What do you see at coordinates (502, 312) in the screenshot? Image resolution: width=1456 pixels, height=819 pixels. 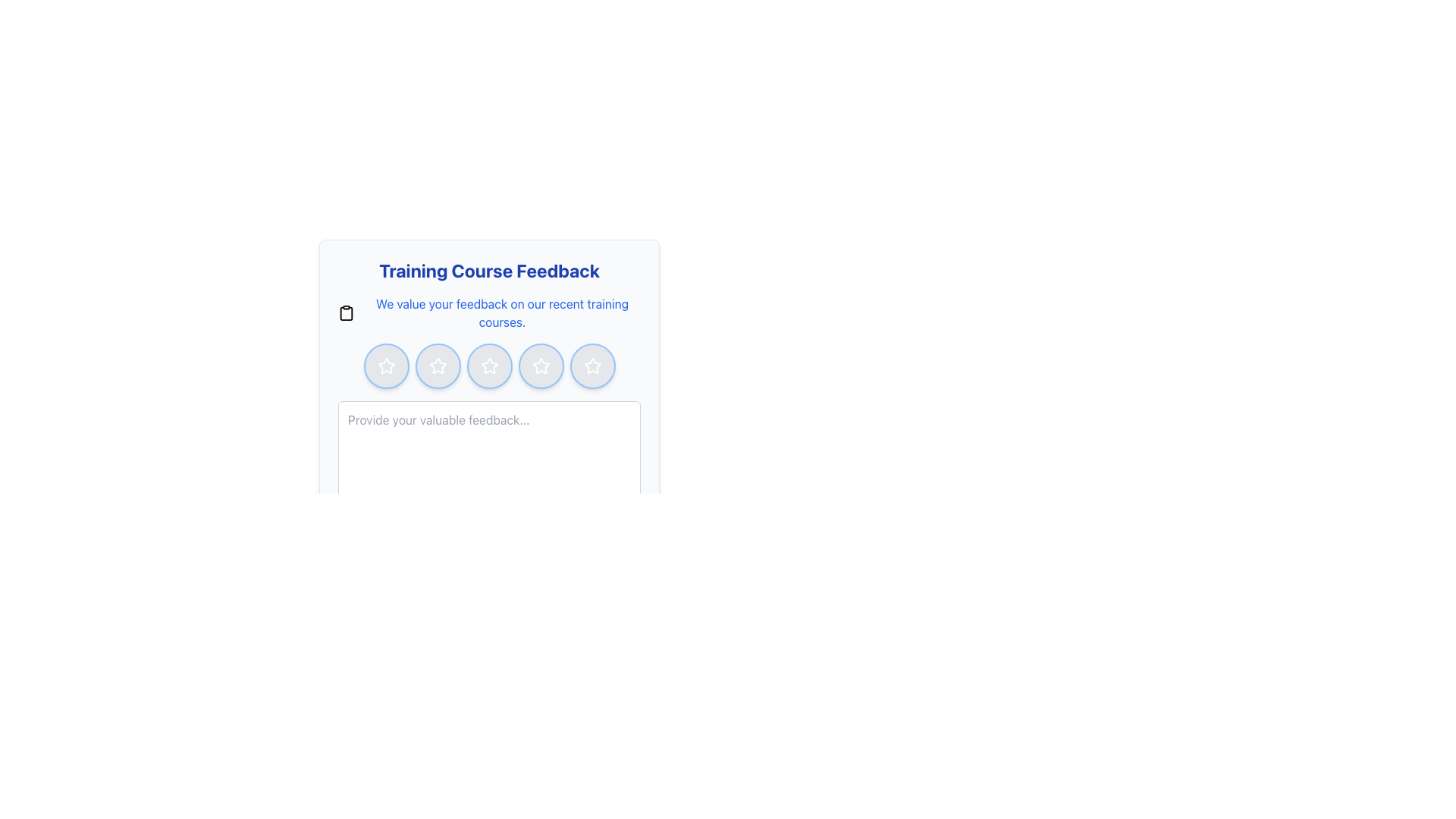 I see `the text block serving as a descriptive message for the feedback section, which is positioned below the heading 'Training Course Feedback' and above a row of five rating stars` at bounding box center [502, 312].